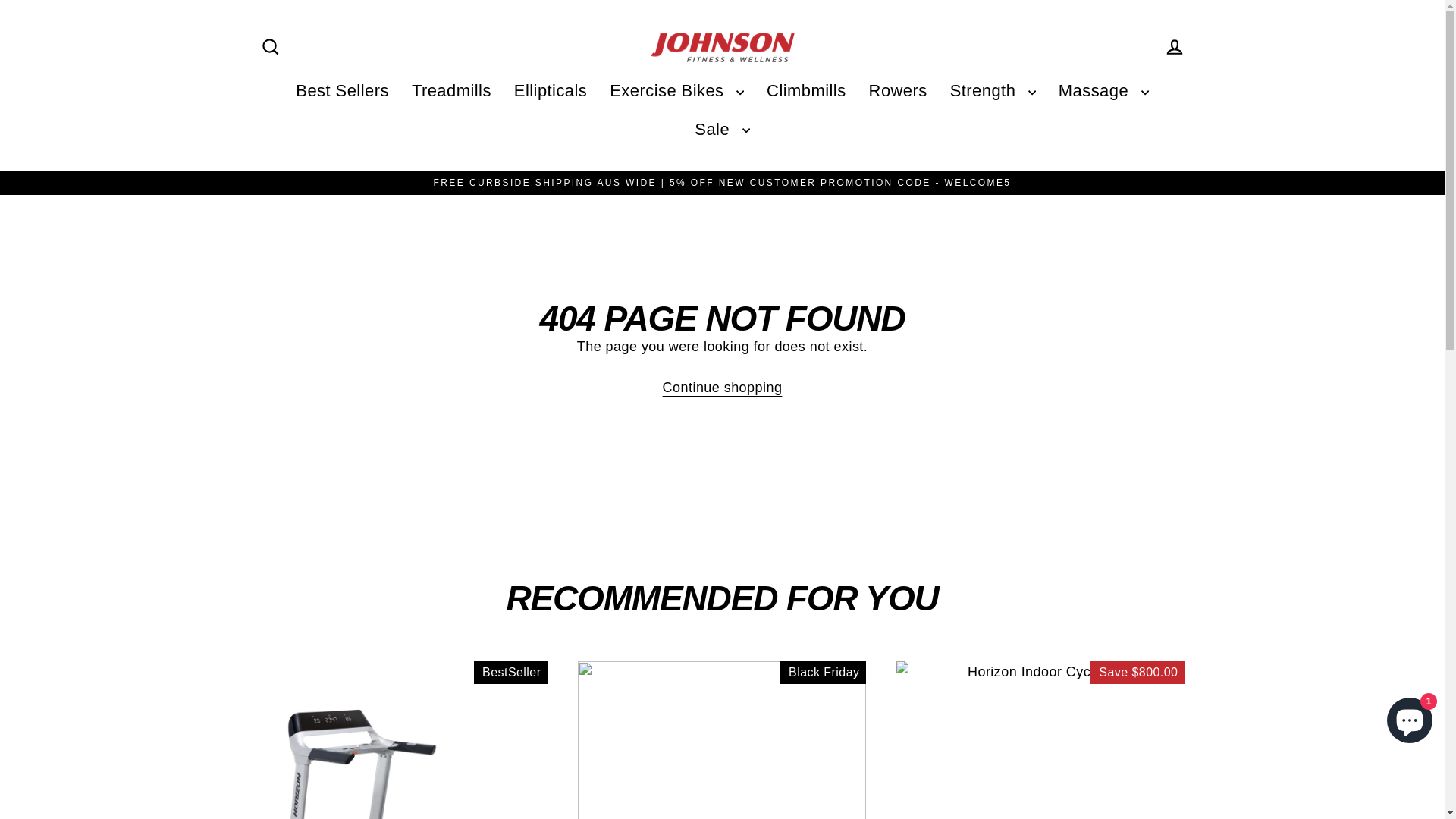 This screenshot has width=1456, height=819. I want to click on 'Log in', so click(1173, 46).